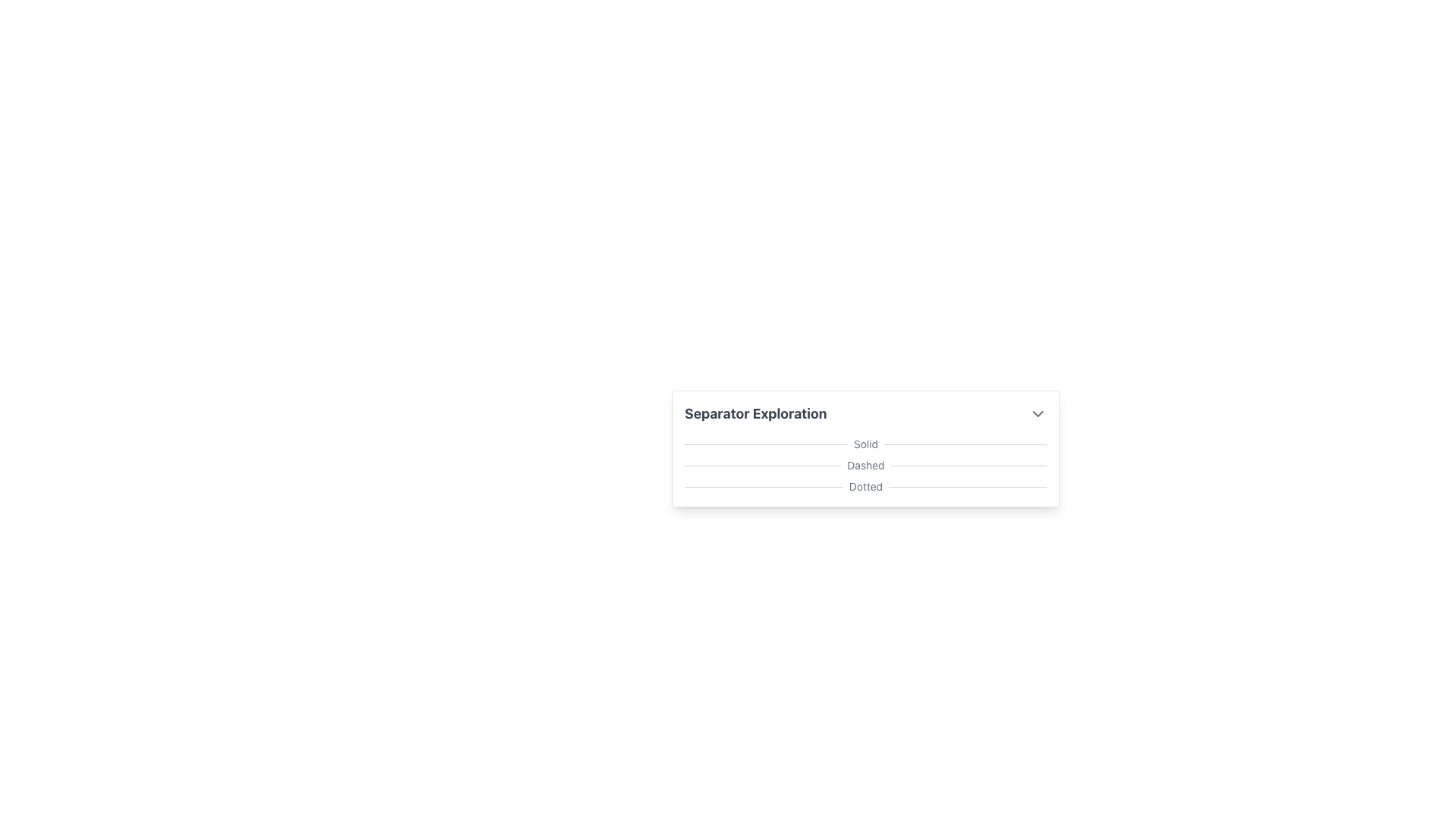 The image size is (1456, 819). I want to click on the title or header text element located on the left side within a horizontally aligned row, which is adjacent to a chevron-down icon, so click(755, 414).